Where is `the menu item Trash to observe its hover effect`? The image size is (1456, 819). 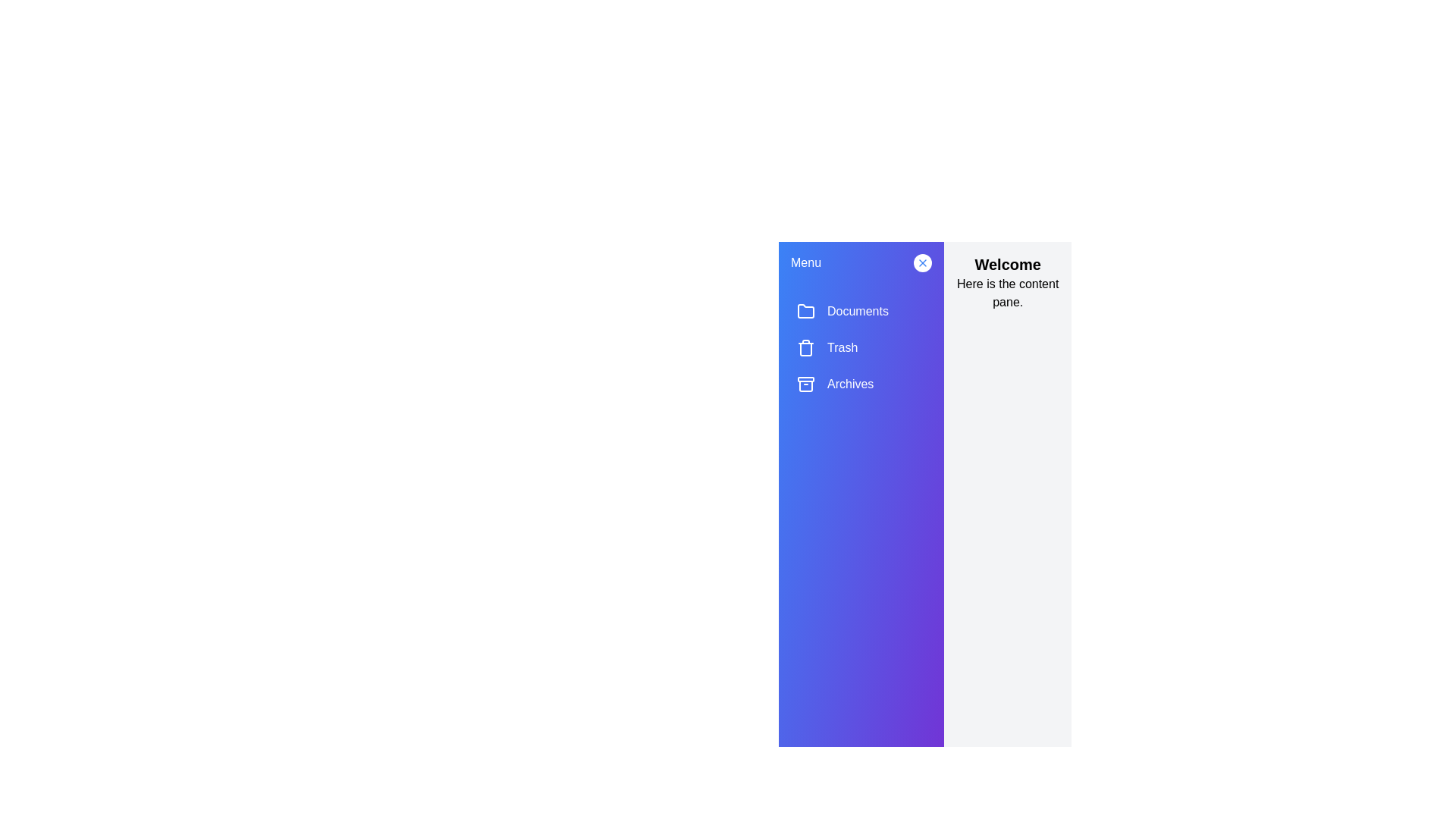
the menu item Trash to observe its hover effect is located at coordinates (861, 348).